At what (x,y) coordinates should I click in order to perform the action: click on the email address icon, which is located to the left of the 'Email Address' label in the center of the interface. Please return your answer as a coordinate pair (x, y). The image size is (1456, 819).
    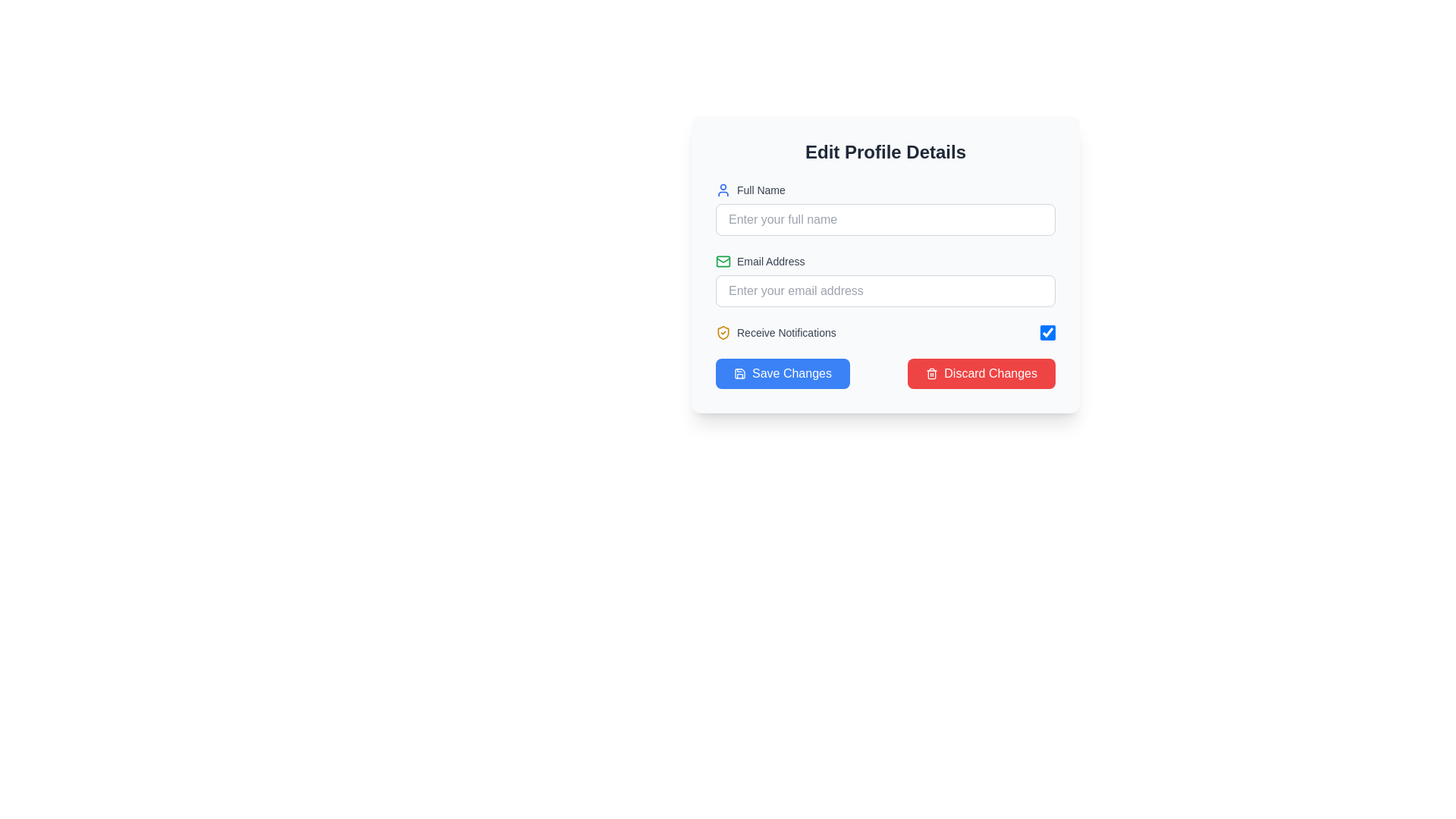
    Looking at the image, I should click on (723, 260).